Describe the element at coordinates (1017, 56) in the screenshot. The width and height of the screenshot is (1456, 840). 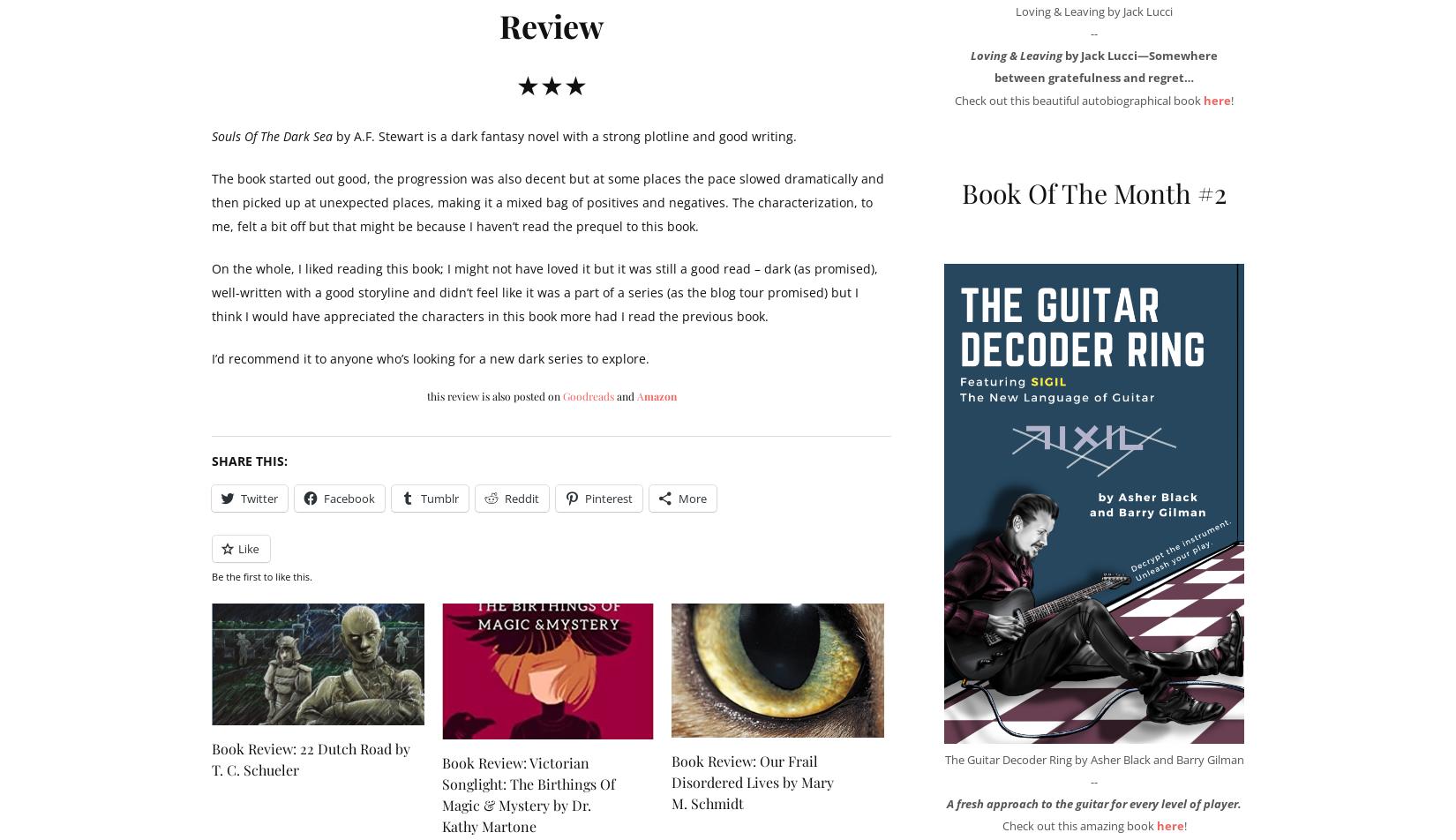
I see `'Loving & Leaving'` at that location.